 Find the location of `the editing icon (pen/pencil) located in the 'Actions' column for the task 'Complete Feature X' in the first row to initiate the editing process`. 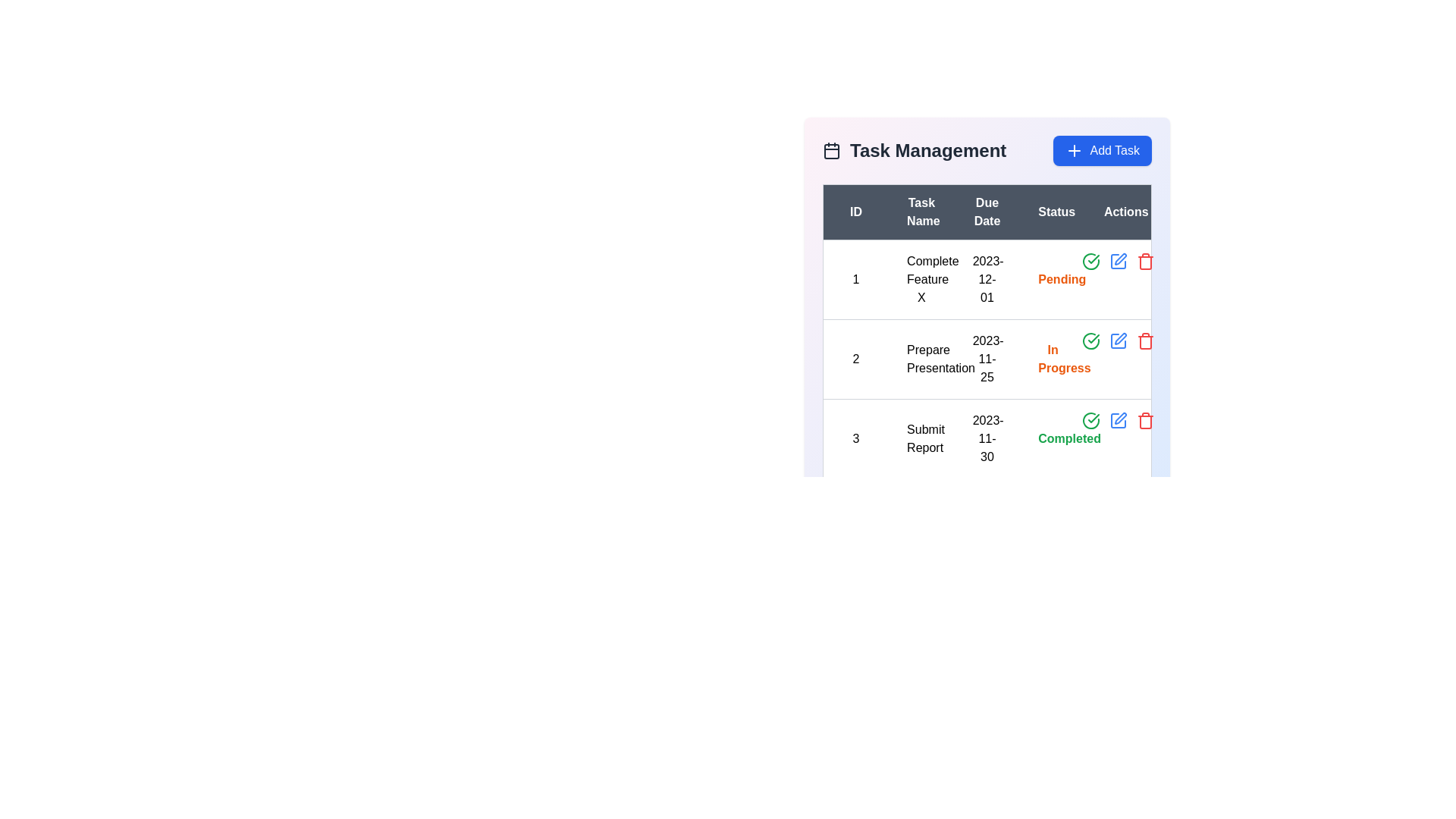

the editing icon (pen/pencil) located in the 'Actions' column for the task 'Complete Feature X' in the first row to initiate the editing process is located at coordinates (1121, 259).